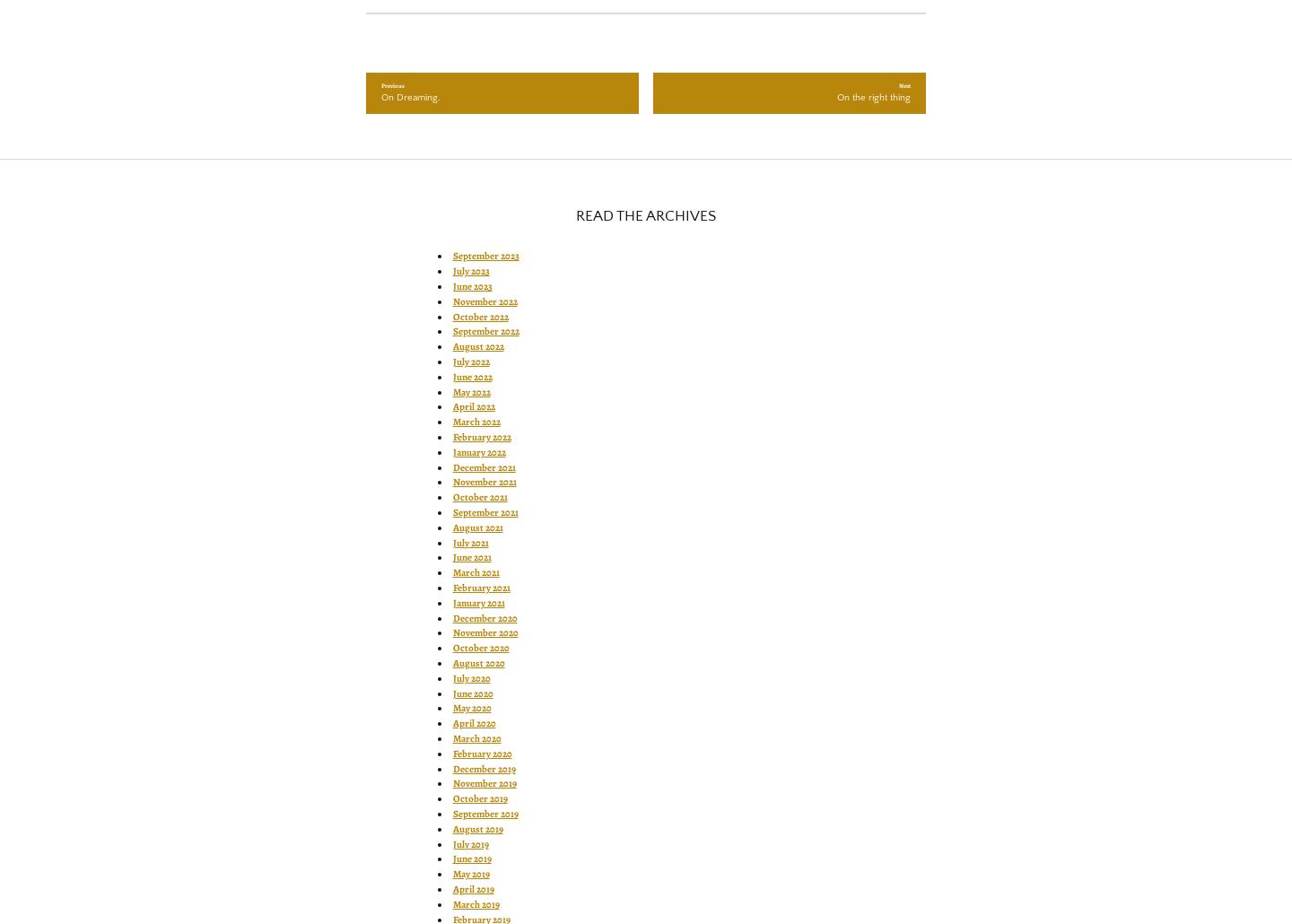 The image size is (1292, 924). I want to click on 'November 2021', so click(483, 482).